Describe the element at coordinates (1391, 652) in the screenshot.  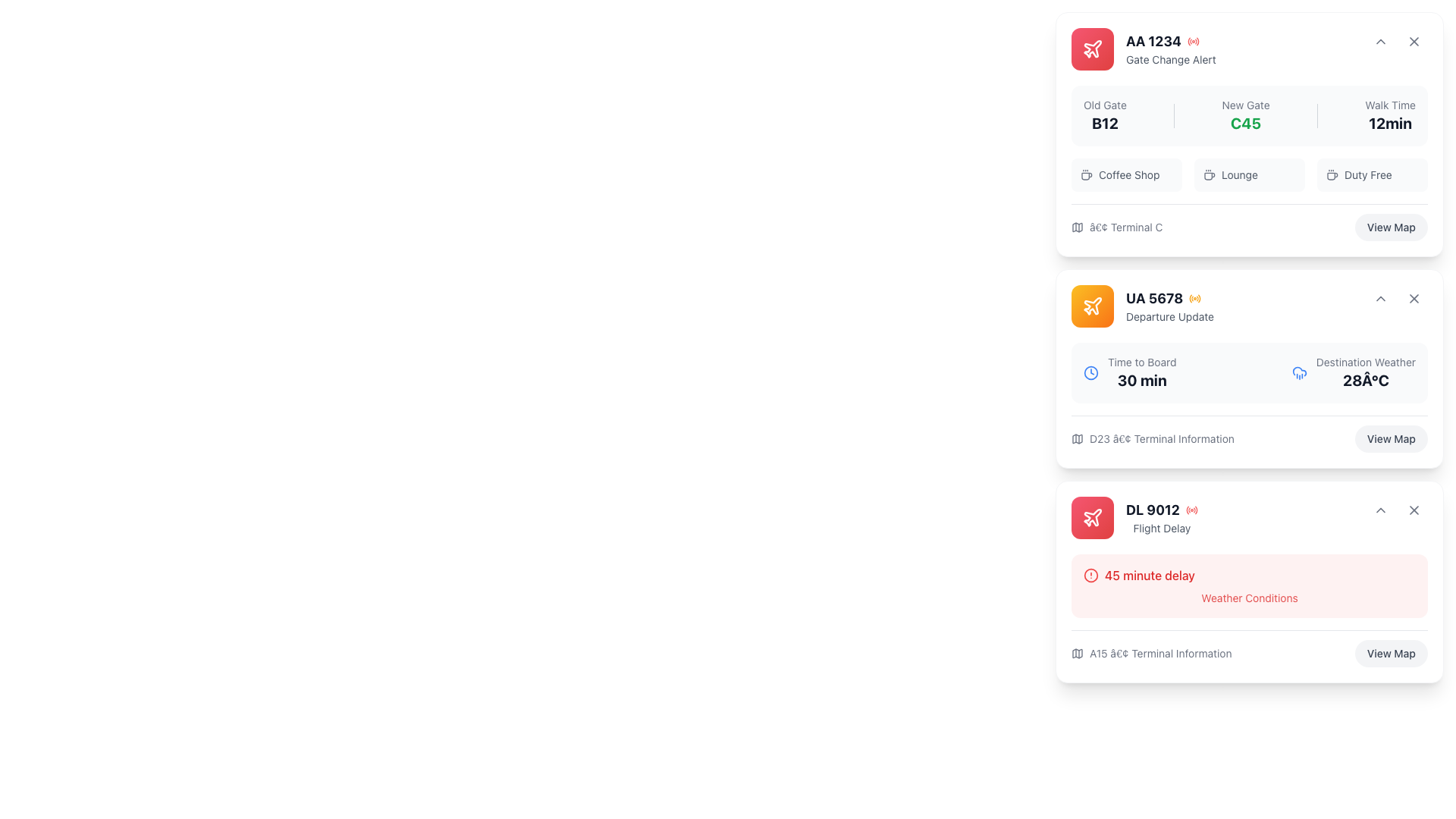
I see `the button located at the bottom-right corner of the 'DL 9012' flight delay information card` at that location.